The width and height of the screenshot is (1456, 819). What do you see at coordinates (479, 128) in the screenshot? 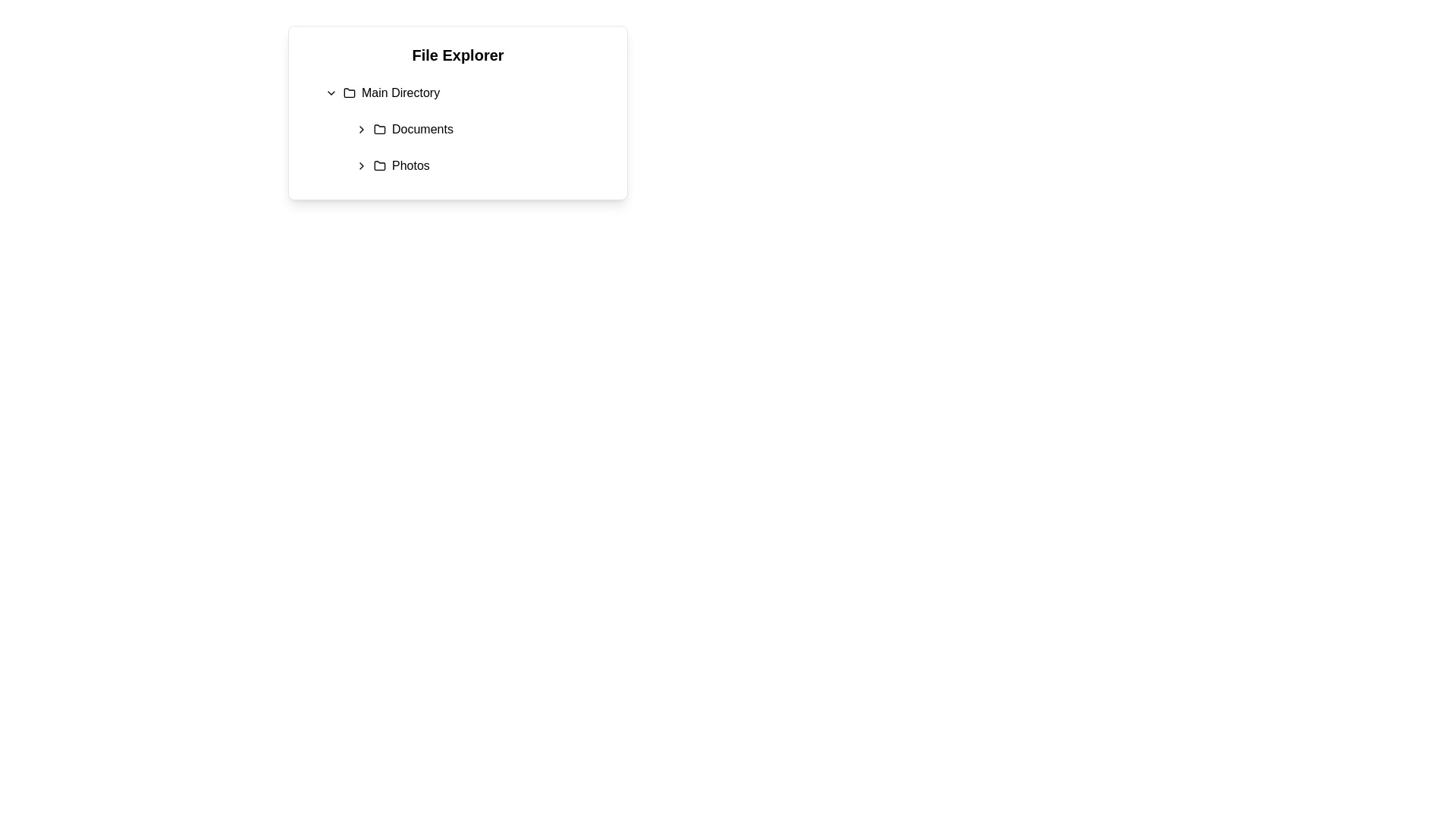
I see `the first navigational item representing the 'Documents' directory` at bounding box center [479, 128].